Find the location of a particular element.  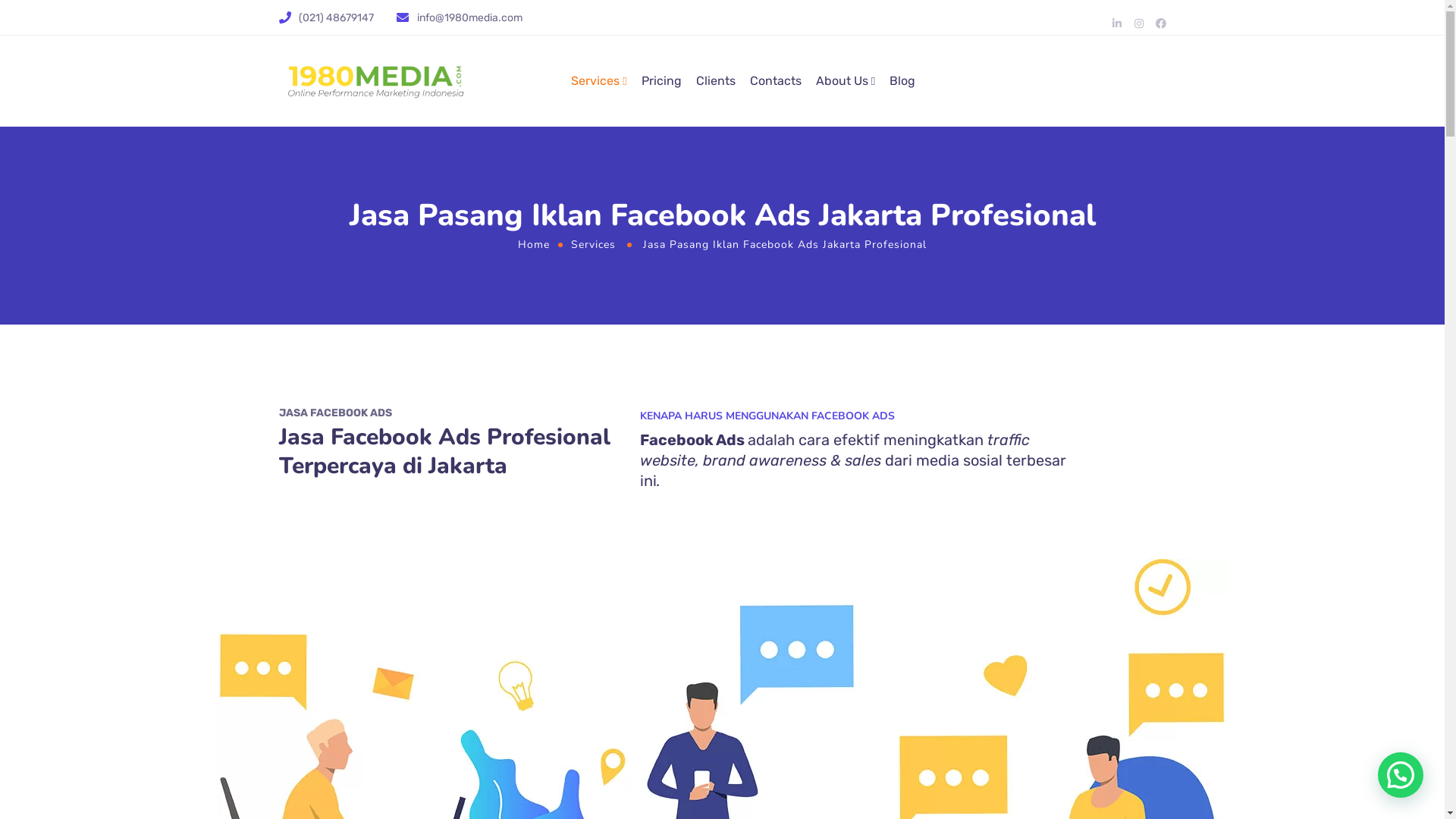

'Home' is located at coordinates (534, 243).